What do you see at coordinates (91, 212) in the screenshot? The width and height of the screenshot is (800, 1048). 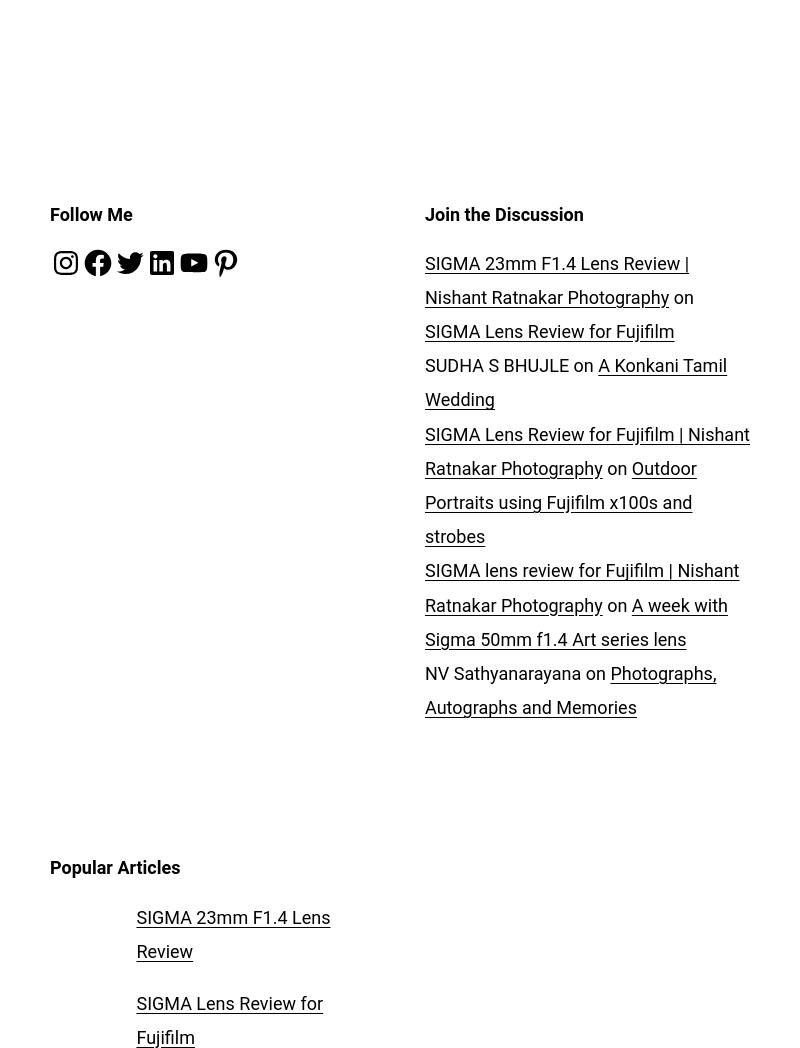 I see `'Follow Me'` at bounding box center [91, 212].